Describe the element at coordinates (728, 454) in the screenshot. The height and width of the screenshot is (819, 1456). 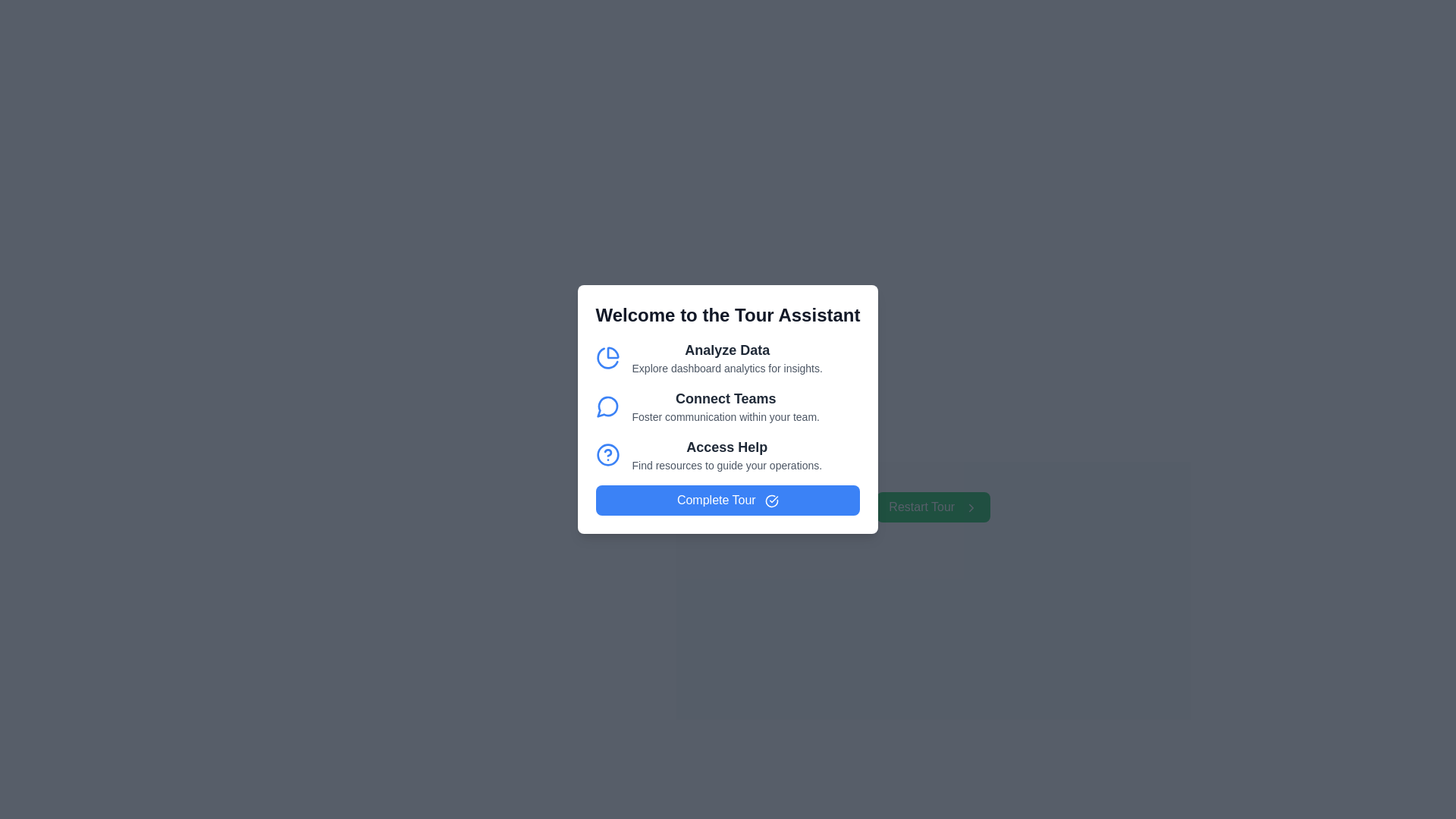
I see `the help-related resources text with a decorative icon located in the white box, under the 'Connect Teams' section and above the 'Complete Tour' button` at that location.